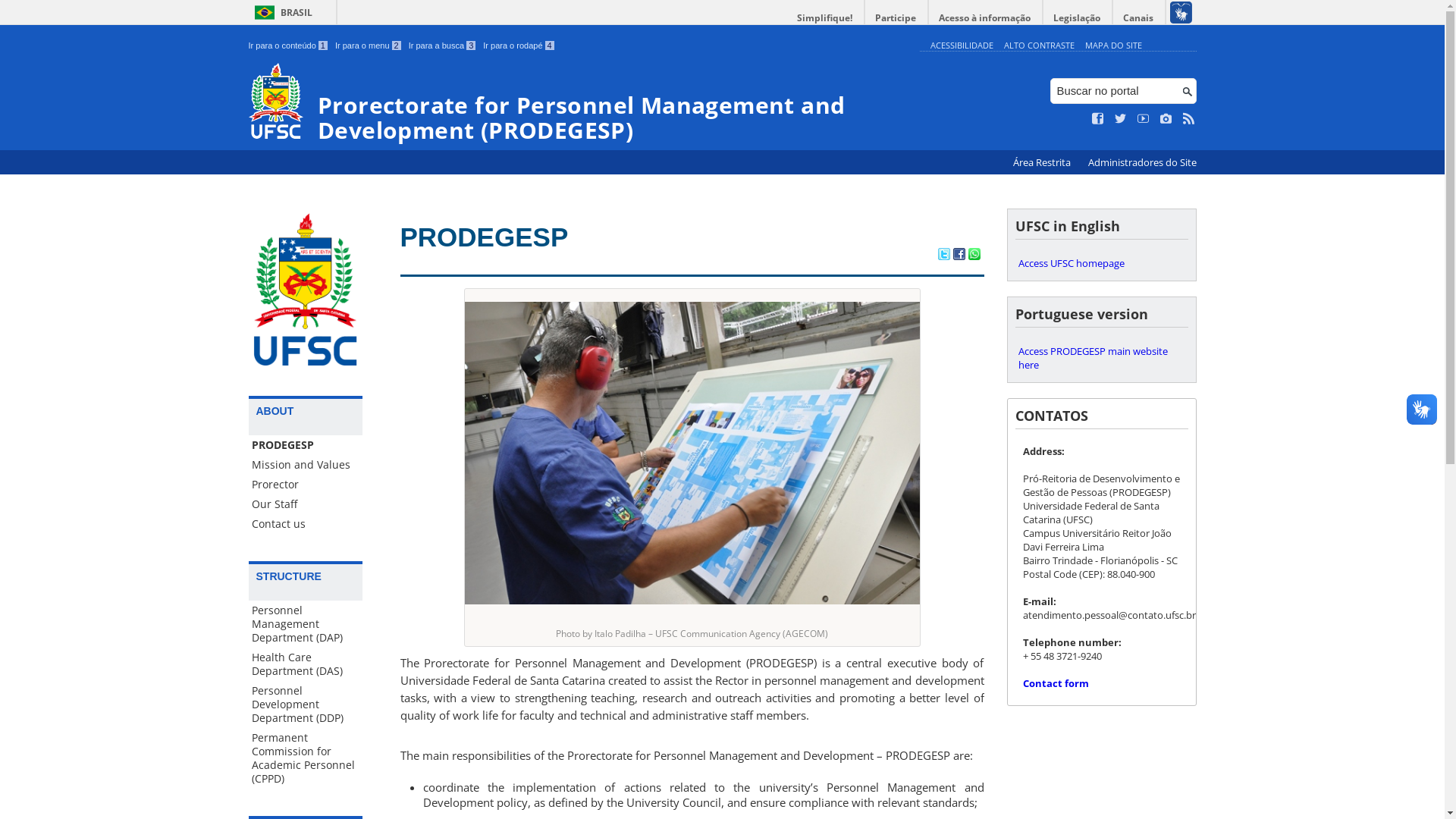 The height and width of the screenshot is (819, 1456). Describe the element at coordinates (281, 12) in the screenshot. I see `'BRASIL'` at that location.